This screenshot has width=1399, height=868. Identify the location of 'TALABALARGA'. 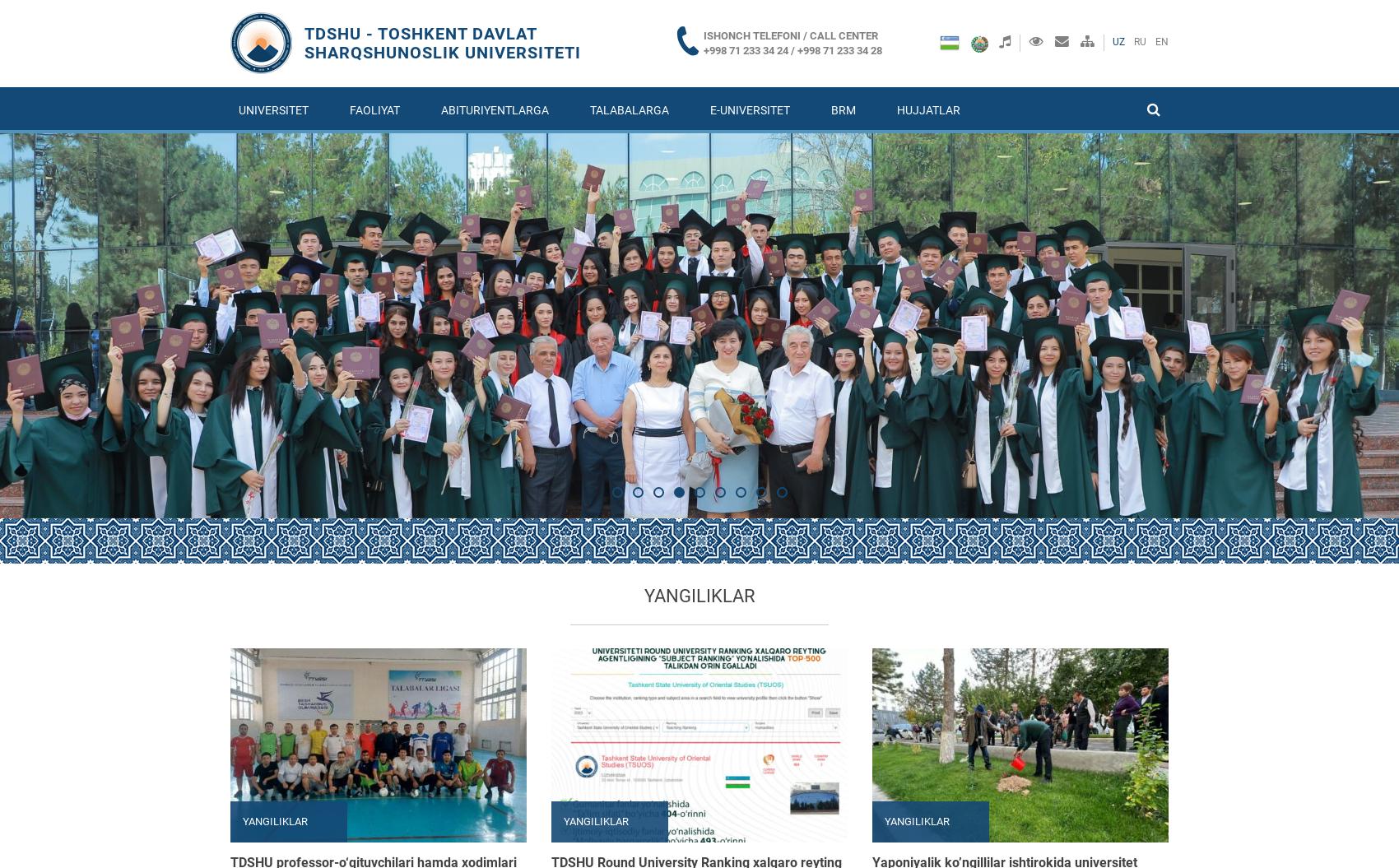
(590, 109).